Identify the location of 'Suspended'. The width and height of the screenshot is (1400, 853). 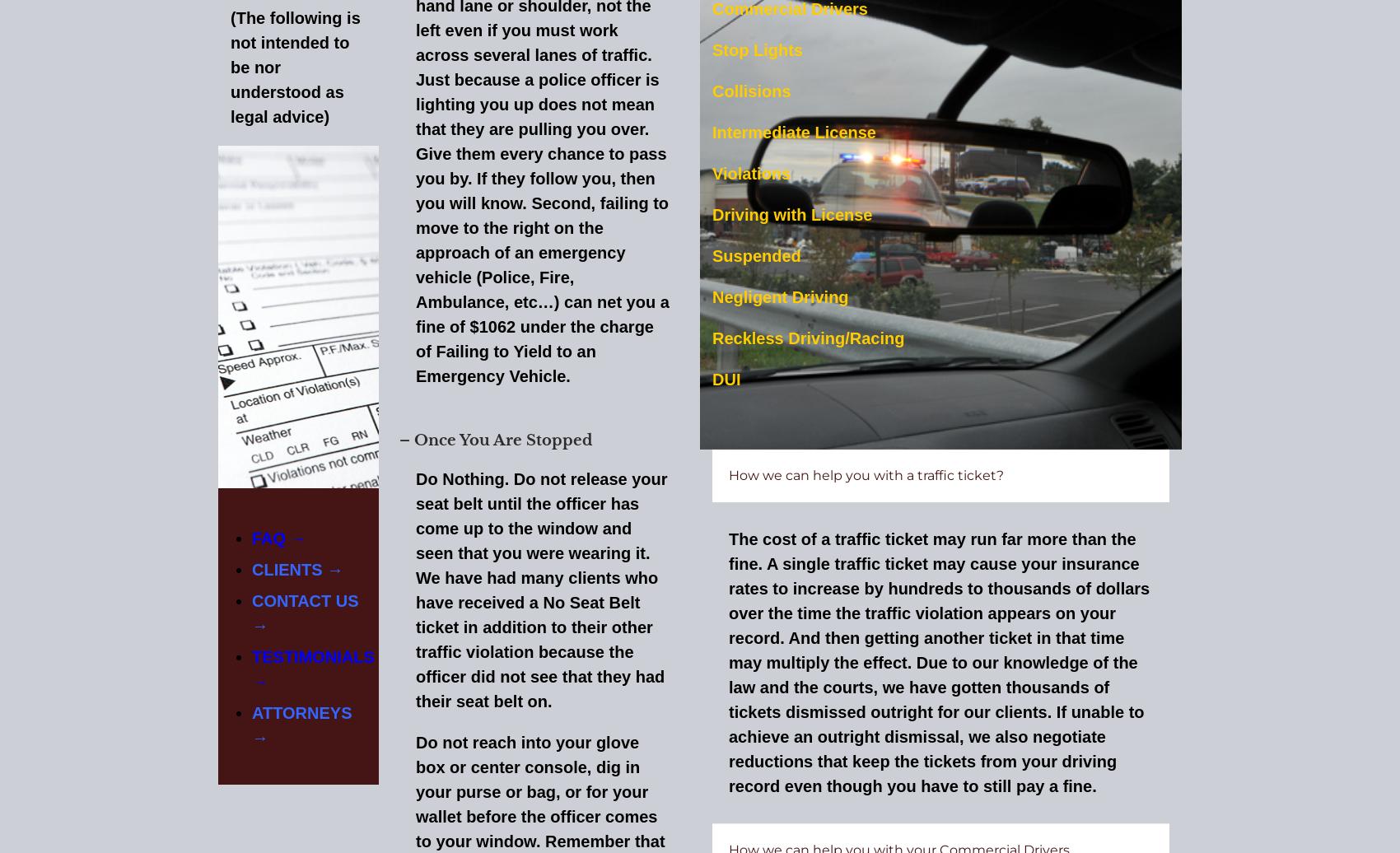
(756, 254).